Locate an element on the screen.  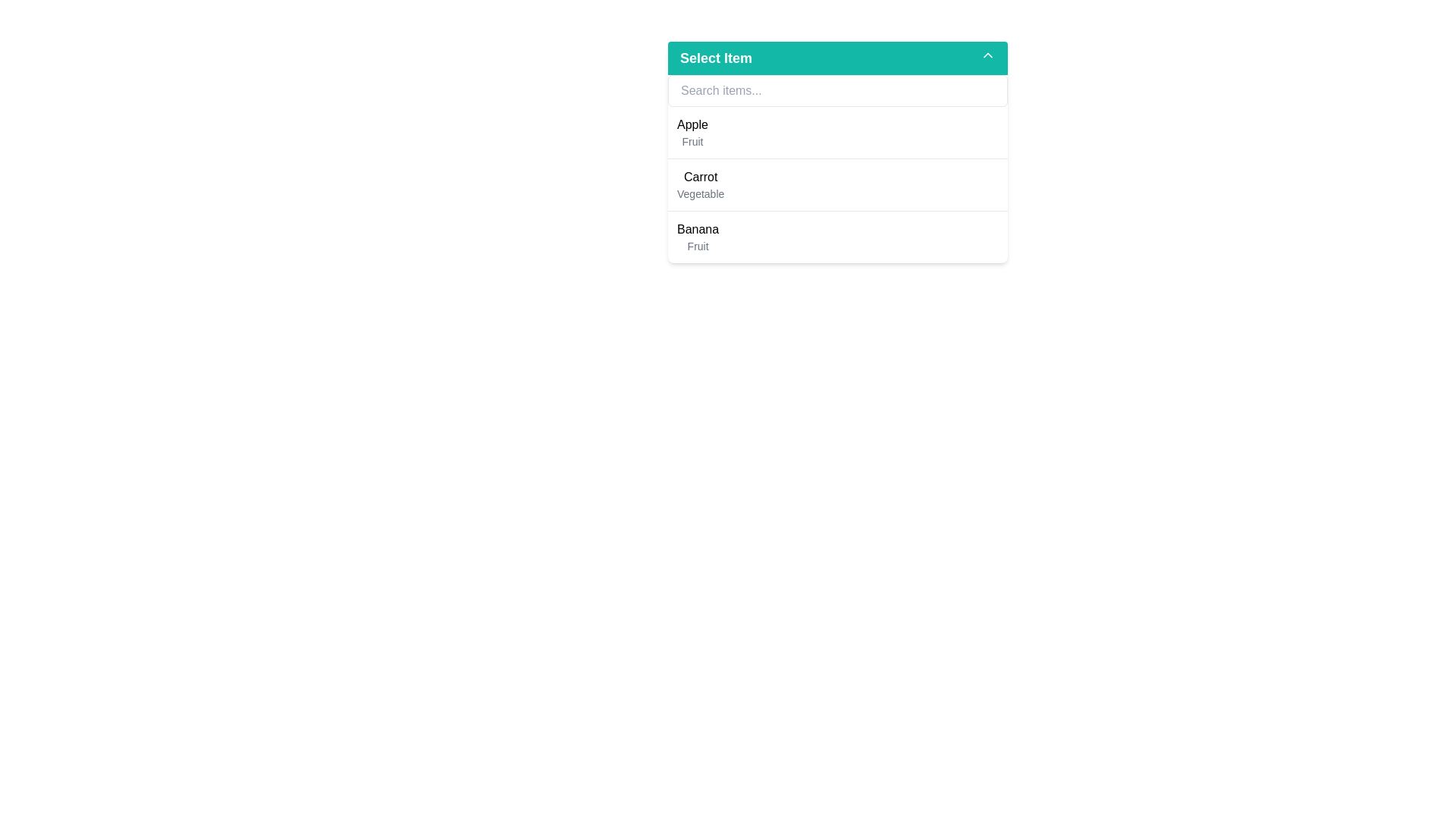
the 'Carrot' text element, which is a bold text followed by a gray subtitle 'Vegetable', located in the middle of the dropdown list is located at coordinates (700, 184).